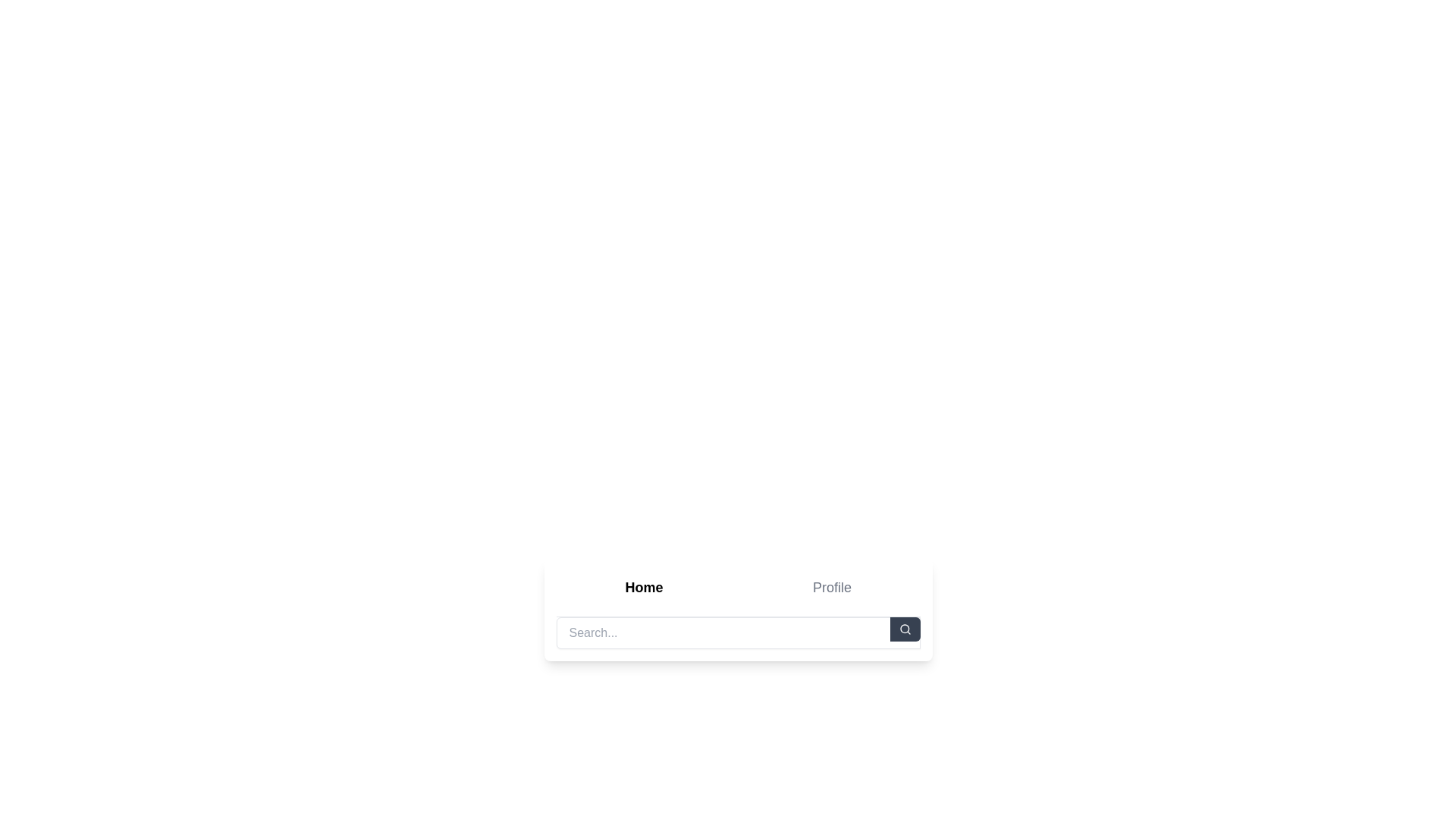  What do you see at coordinates (905, 629) in the screenshot?
I see `the rounded rectangle search button with a dark gray background and magnifying glass icon located at the far right of the search bar layout` at bounding box center [905, 629].